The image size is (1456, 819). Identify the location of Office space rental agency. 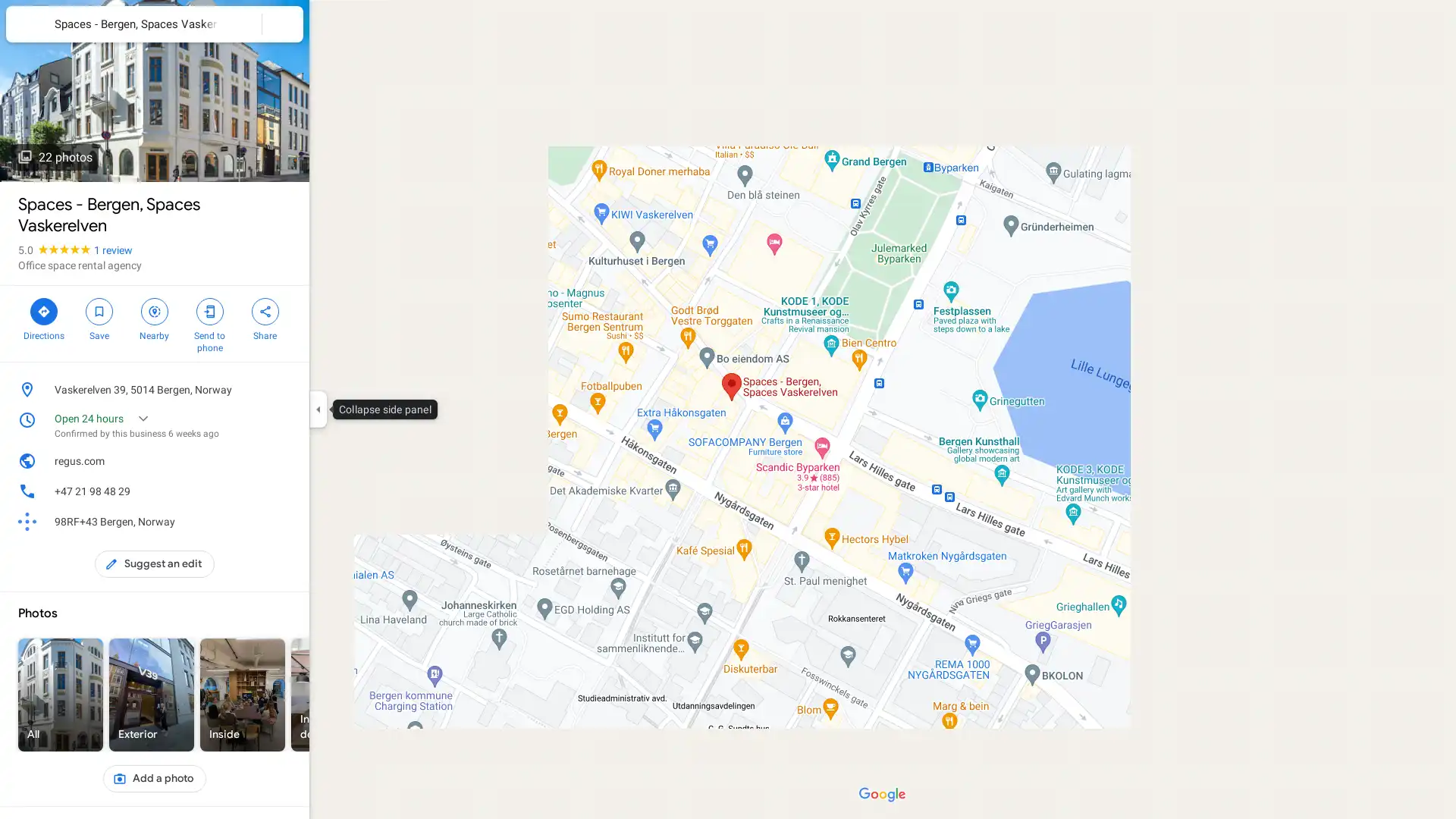
(79, 265).